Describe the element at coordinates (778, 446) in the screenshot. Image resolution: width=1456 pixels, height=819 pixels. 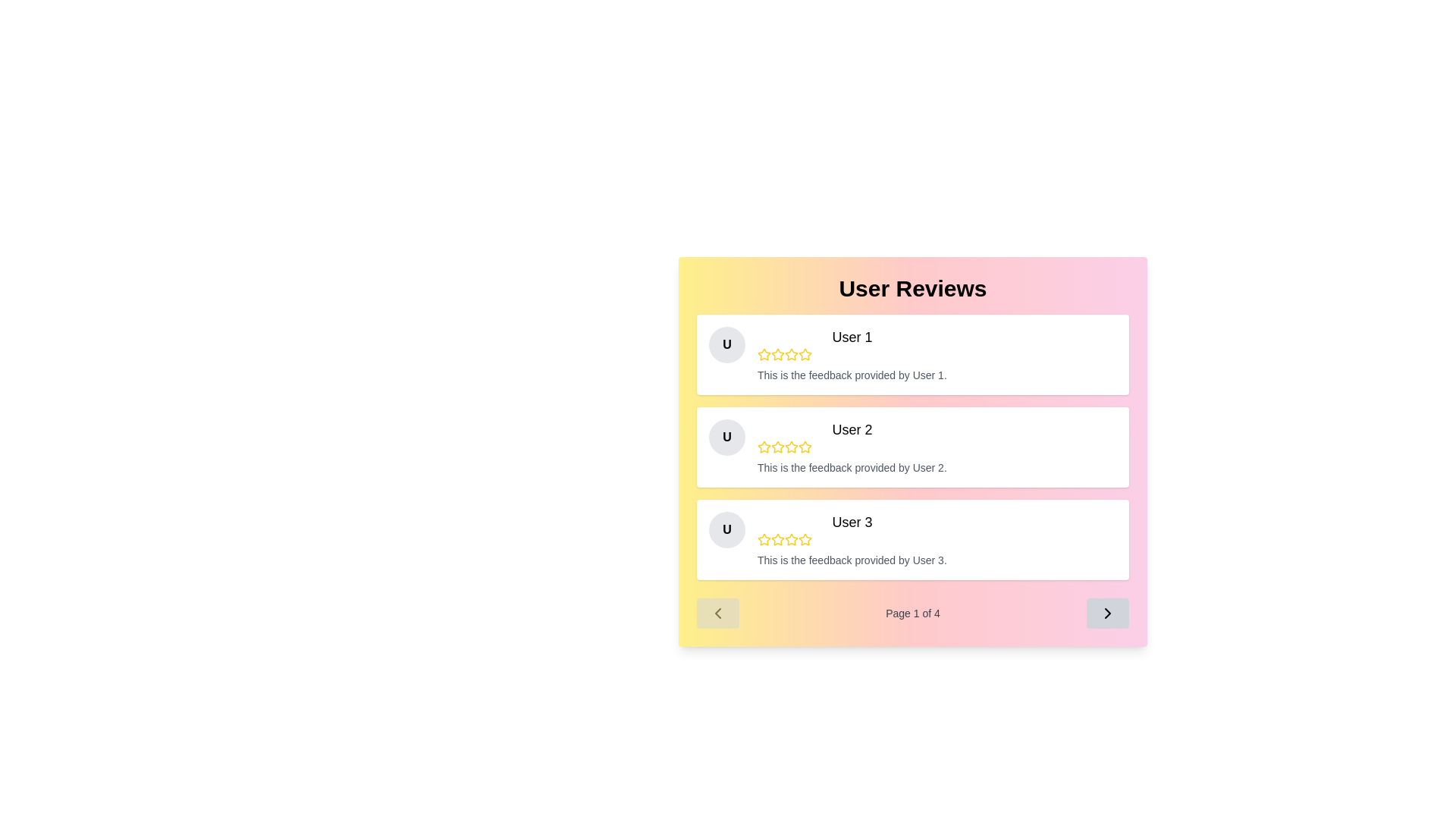
I see `the second star in the user review rating system for 'User 2' to rate it` at that location.